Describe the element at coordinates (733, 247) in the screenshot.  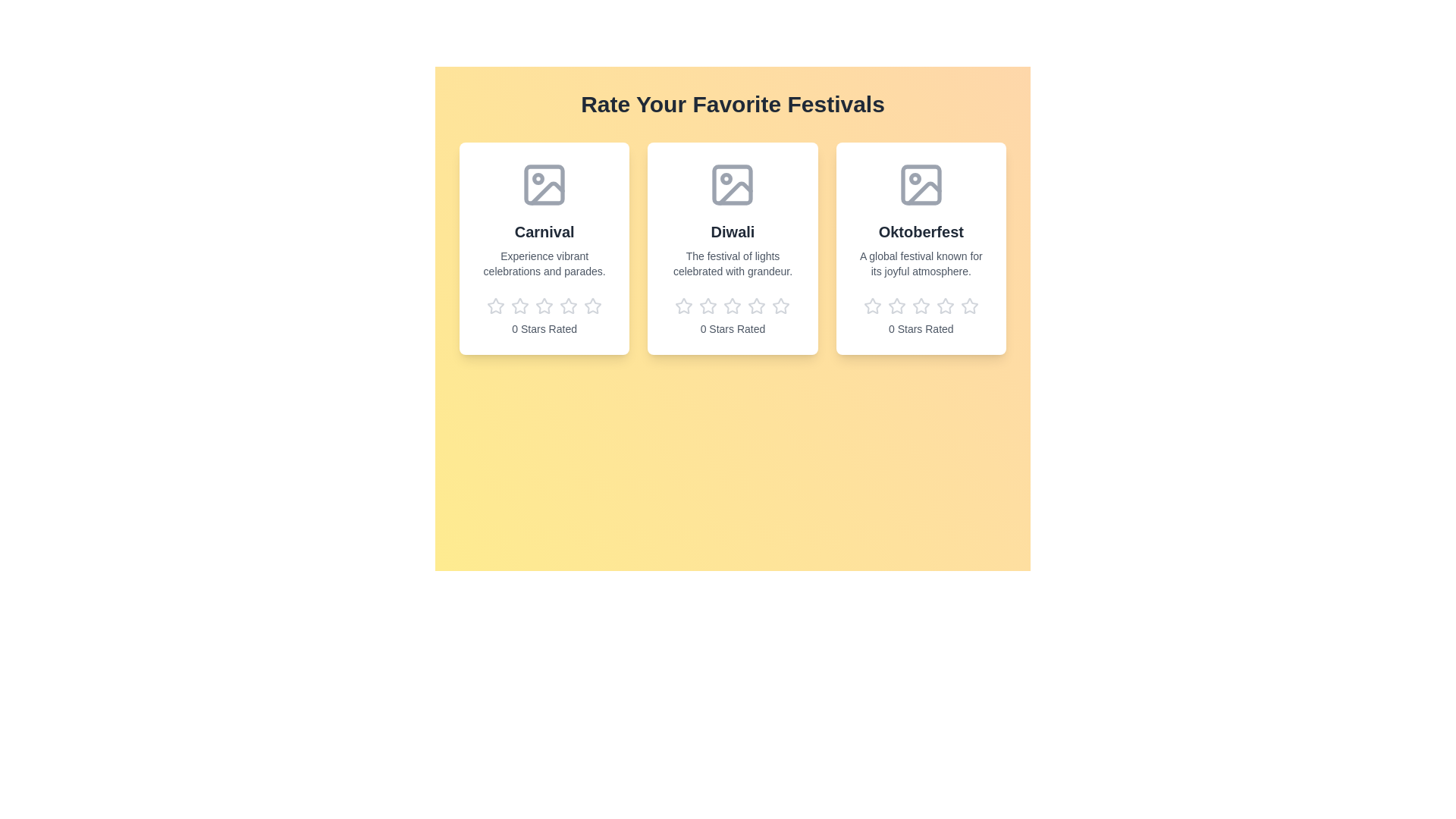
I see `the festival card for Diwali to observe hover effects` at that location.